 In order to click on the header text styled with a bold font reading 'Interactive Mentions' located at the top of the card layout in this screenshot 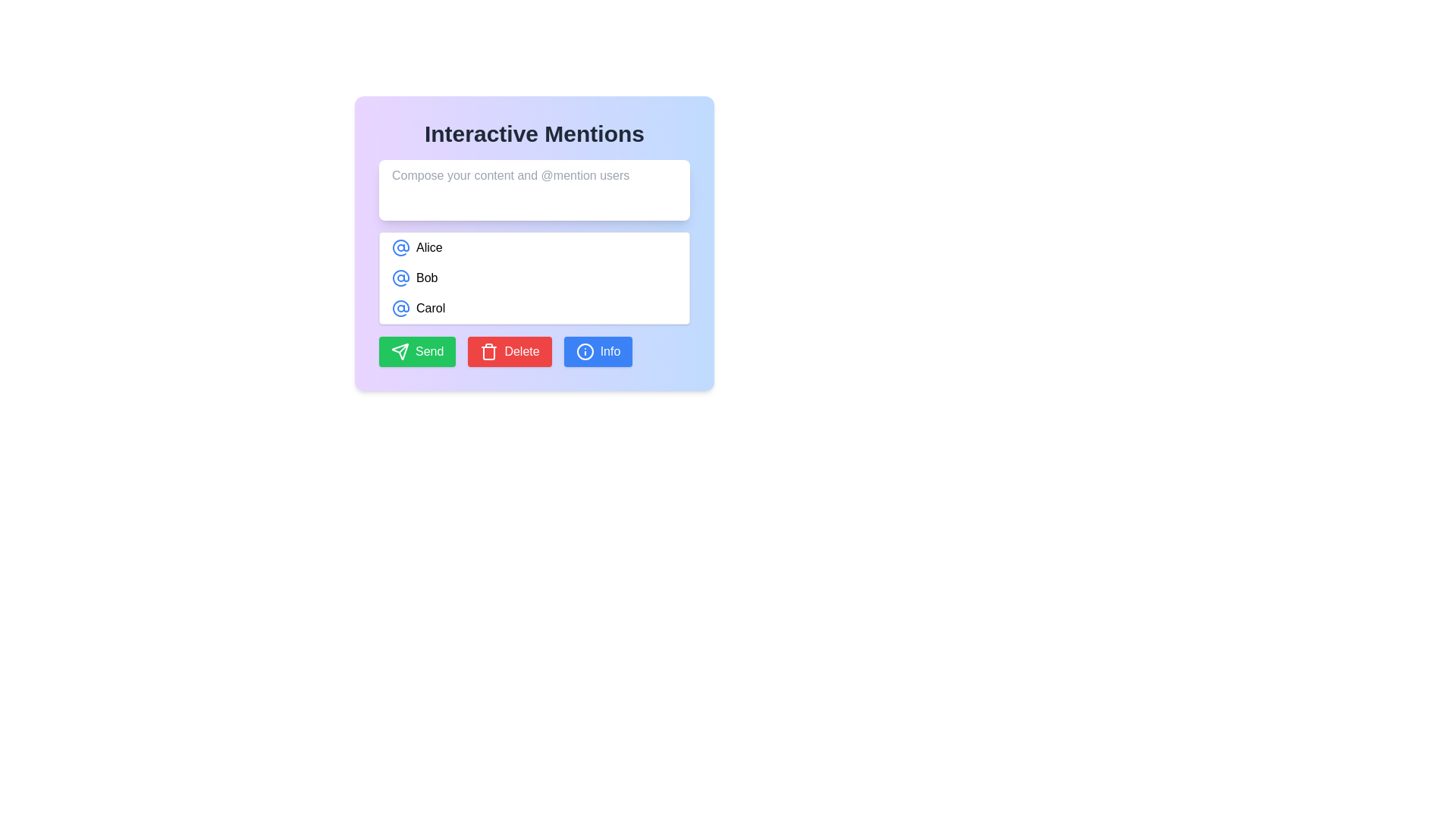, I will do `click(535, 133)`.